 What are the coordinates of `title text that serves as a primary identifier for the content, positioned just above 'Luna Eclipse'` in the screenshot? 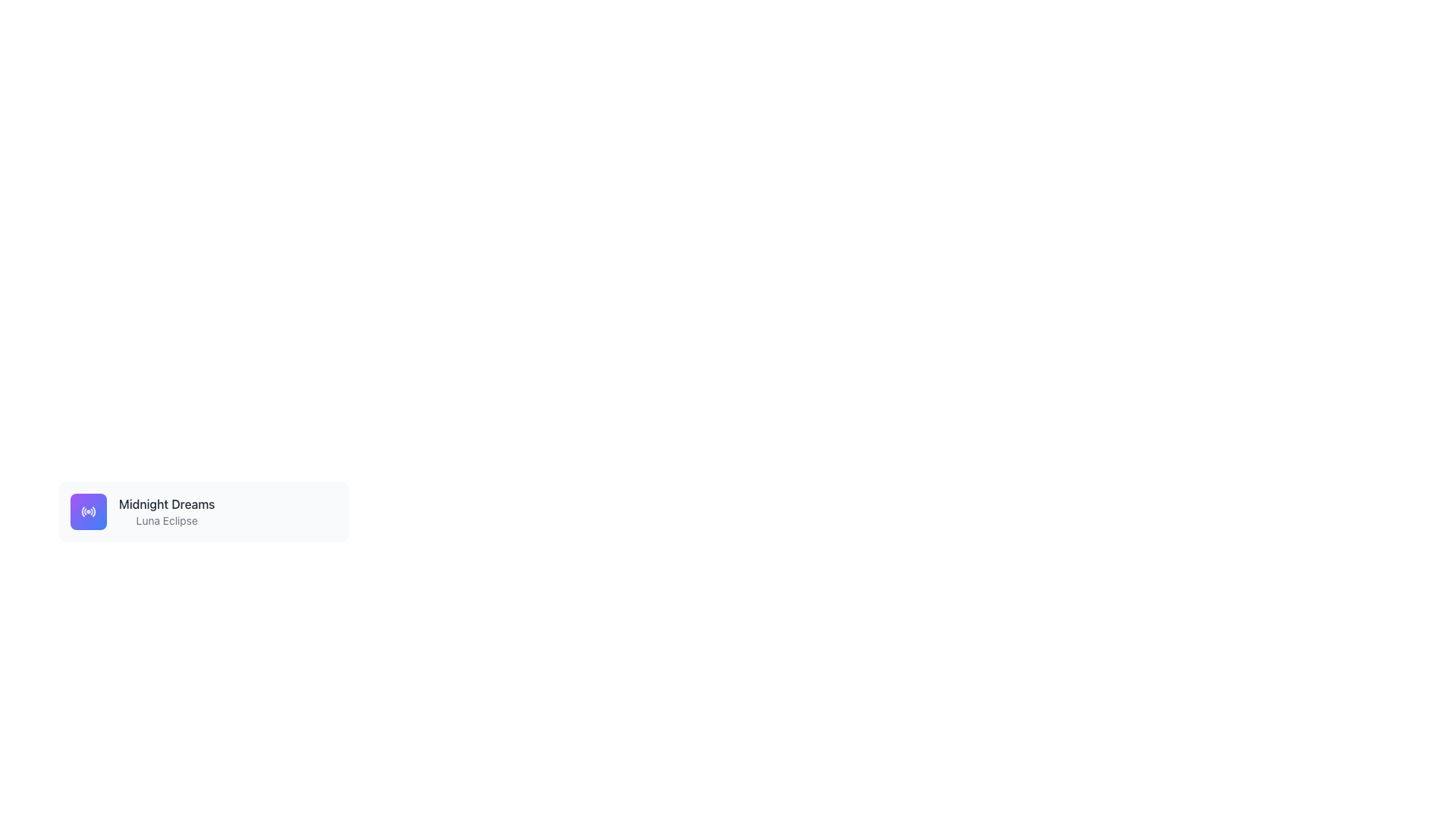 It's located at (167, 504).